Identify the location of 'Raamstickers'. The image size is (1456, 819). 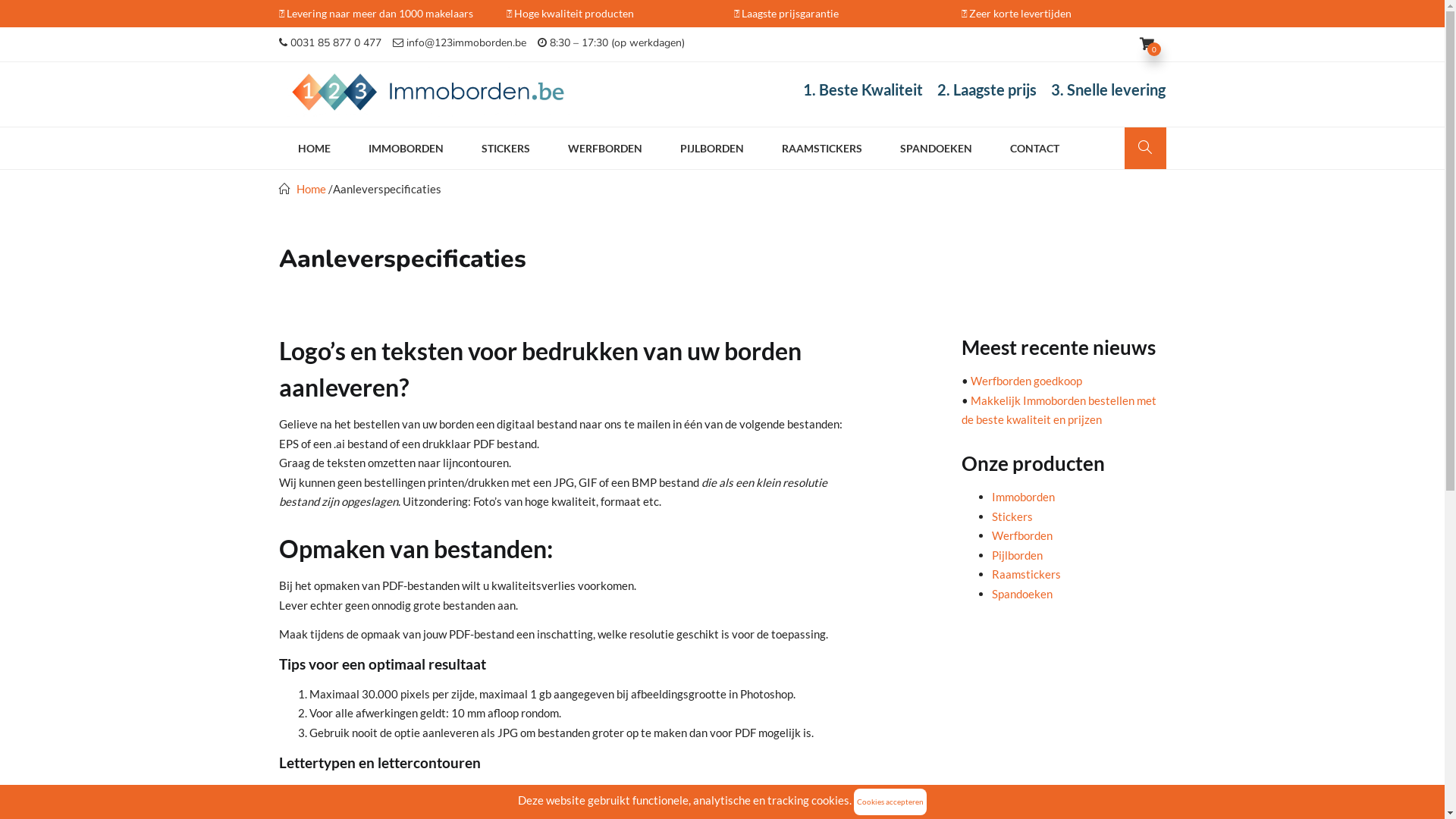
(1026, 573).